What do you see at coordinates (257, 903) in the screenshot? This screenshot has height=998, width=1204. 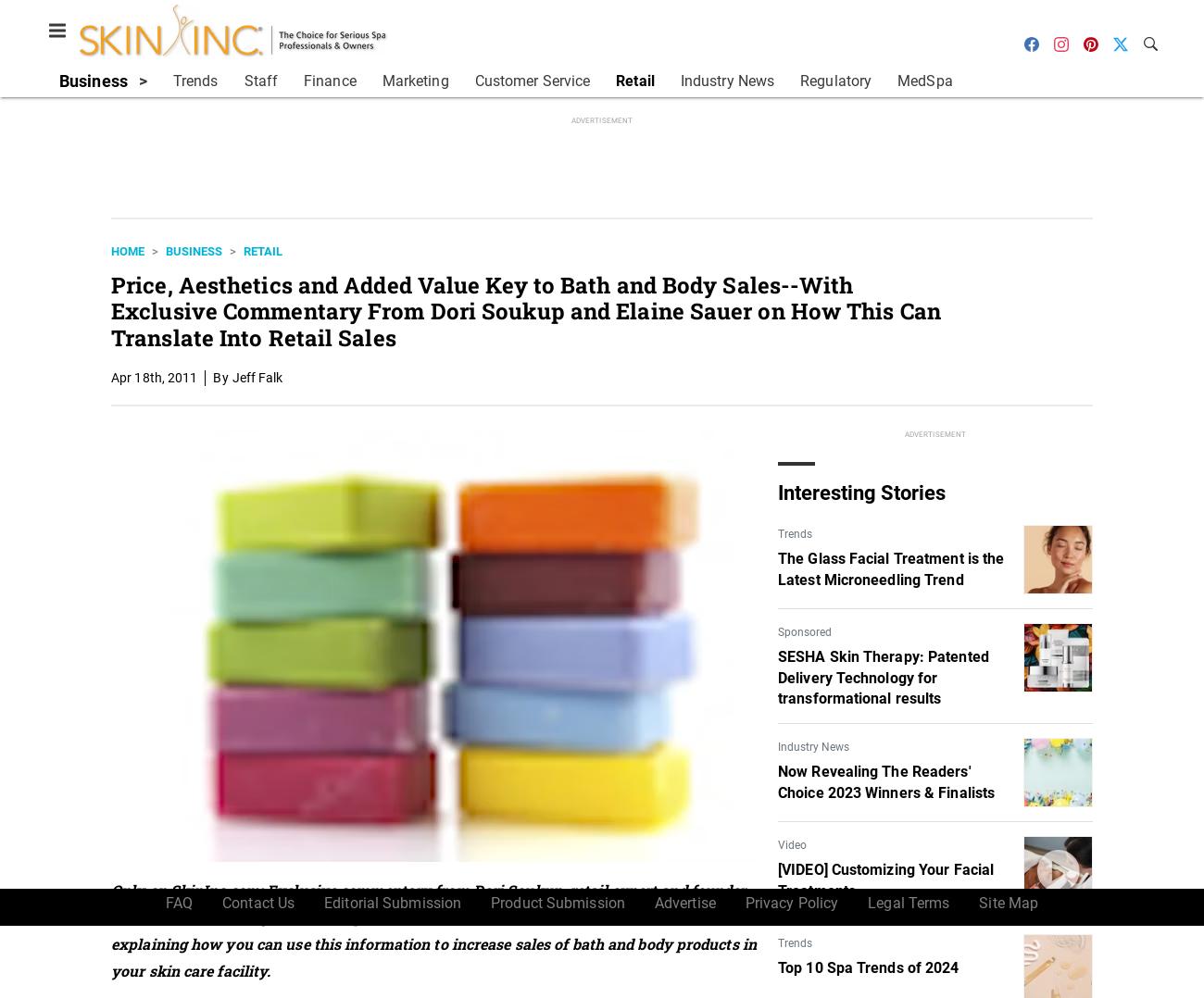 I see `'Contact Us'` at bounding box center [257, 903].